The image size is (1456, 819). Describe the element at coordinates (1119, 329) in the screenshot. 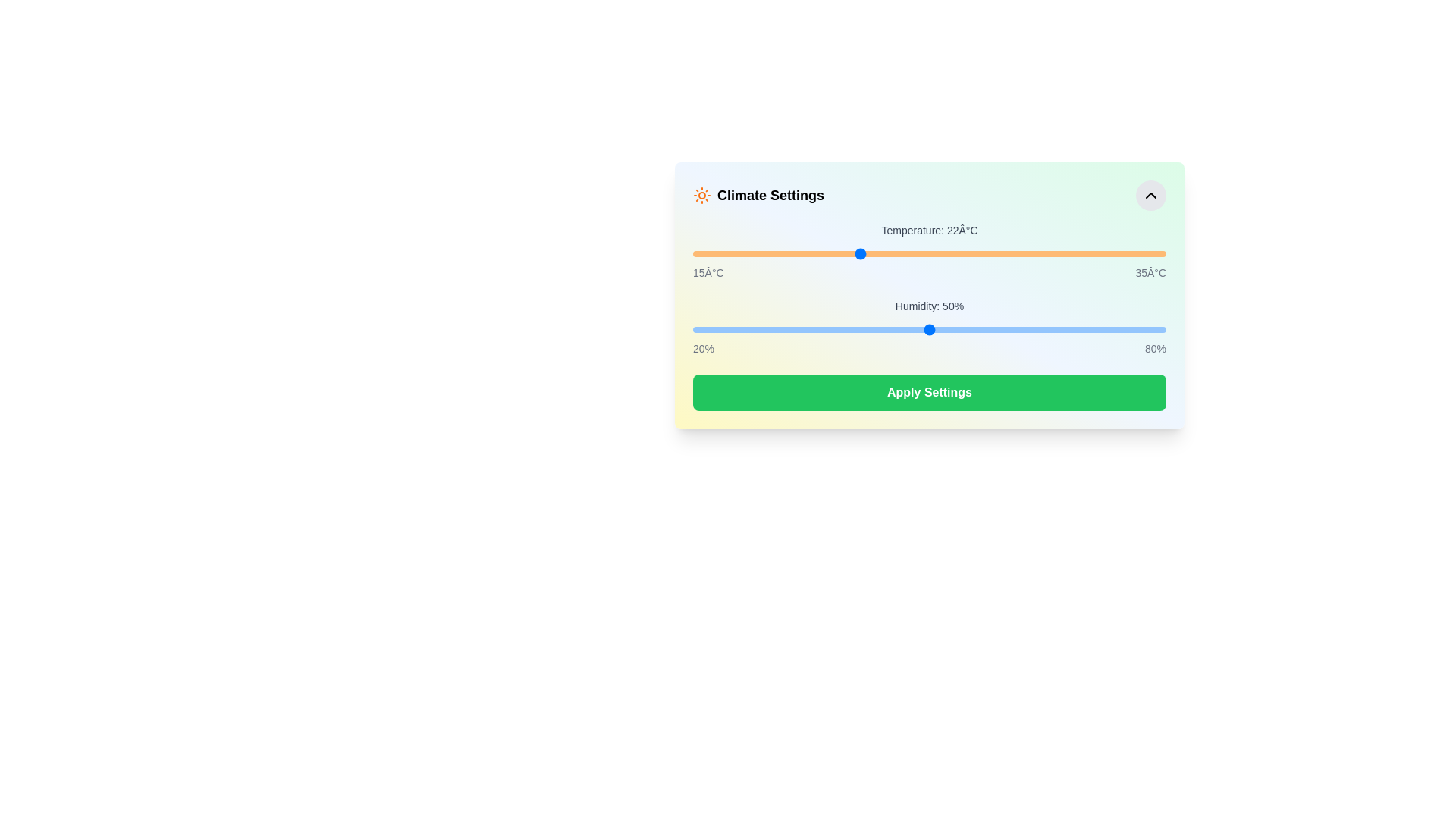

I see `humidity` at that location.